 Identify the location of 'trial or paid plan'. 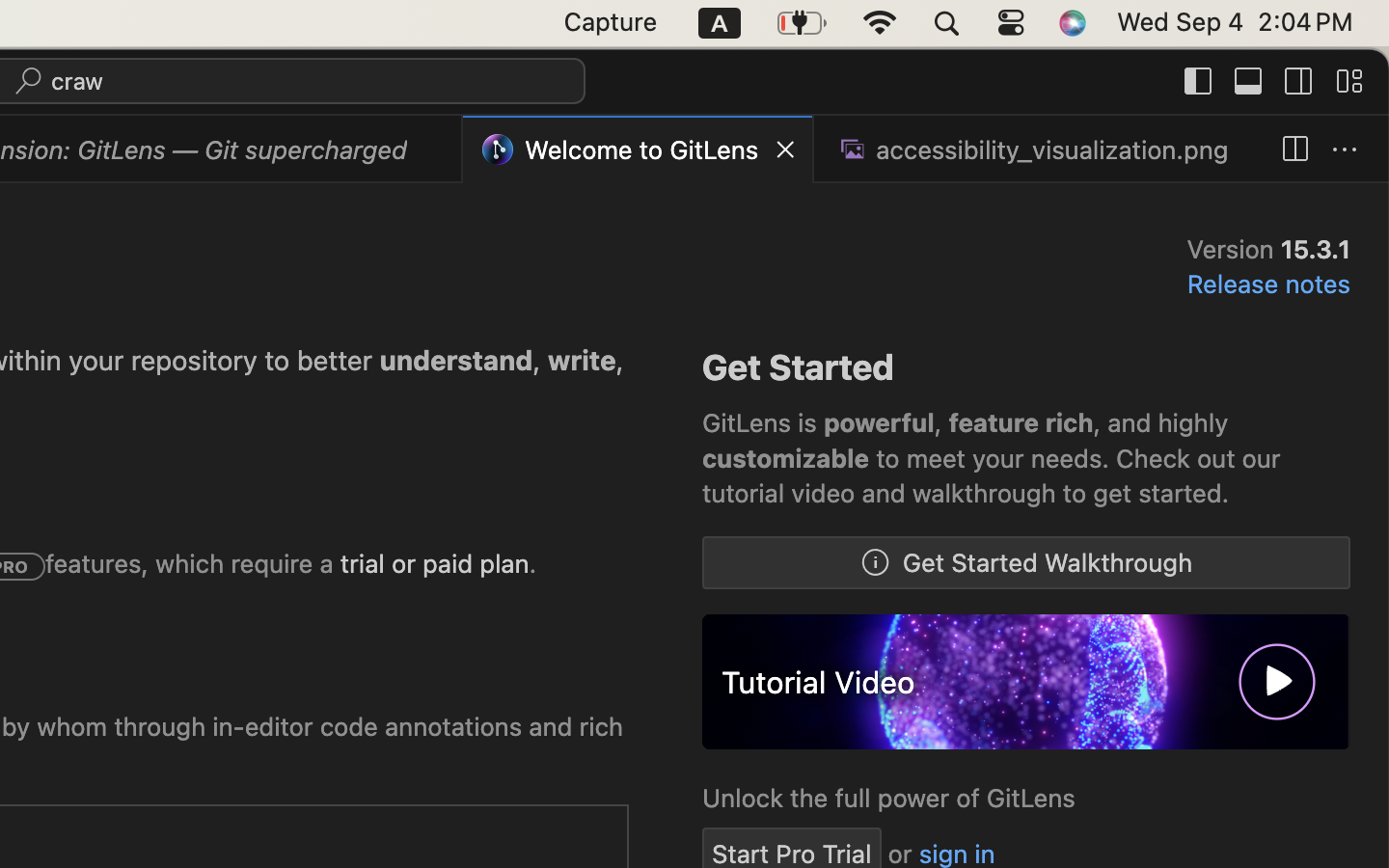
(435, 564).